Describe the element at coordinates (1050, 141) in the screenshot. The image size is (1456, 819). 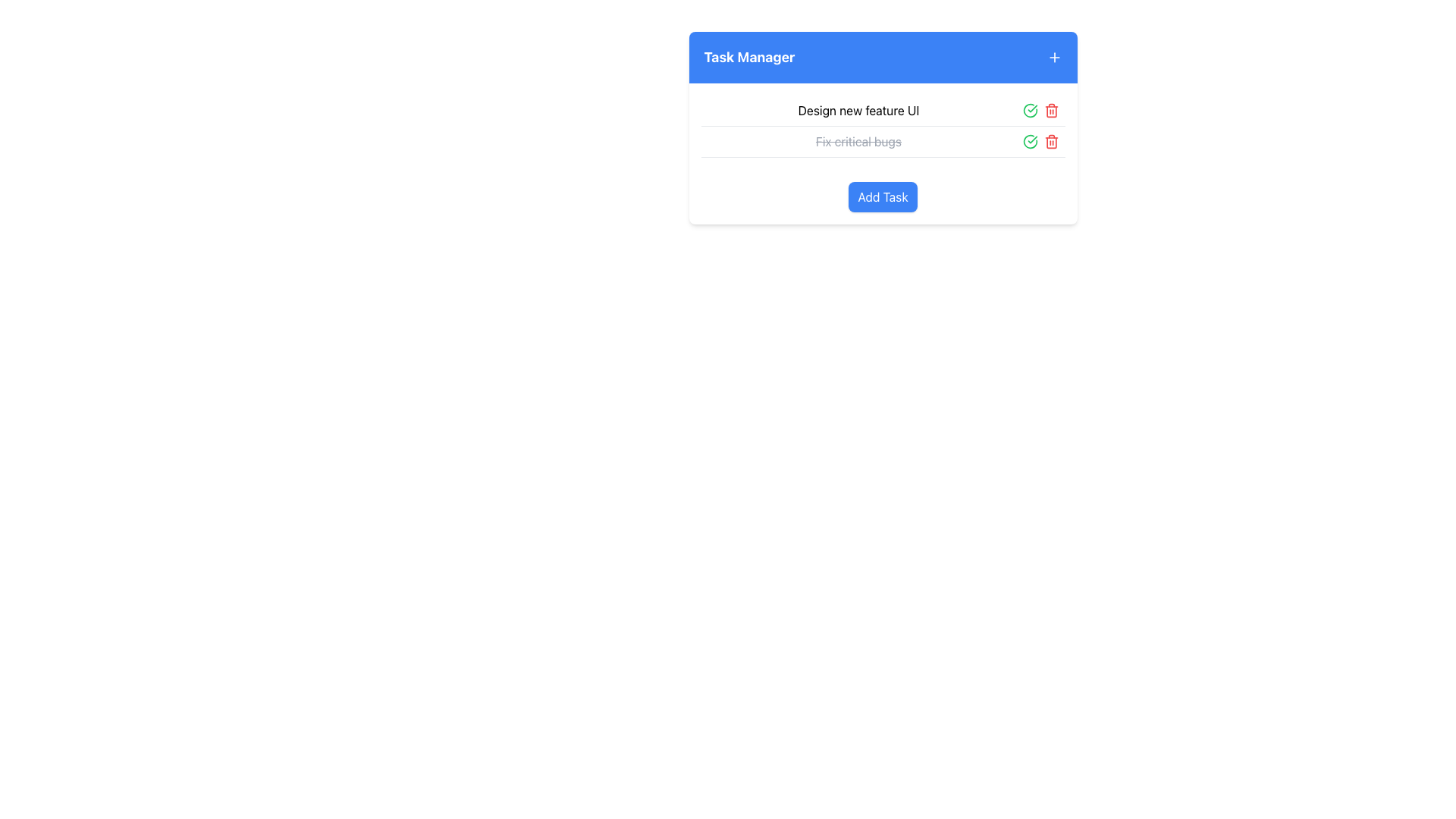
I see `the red trash bin icon button located to the right of the second entry in the task list` at that location.